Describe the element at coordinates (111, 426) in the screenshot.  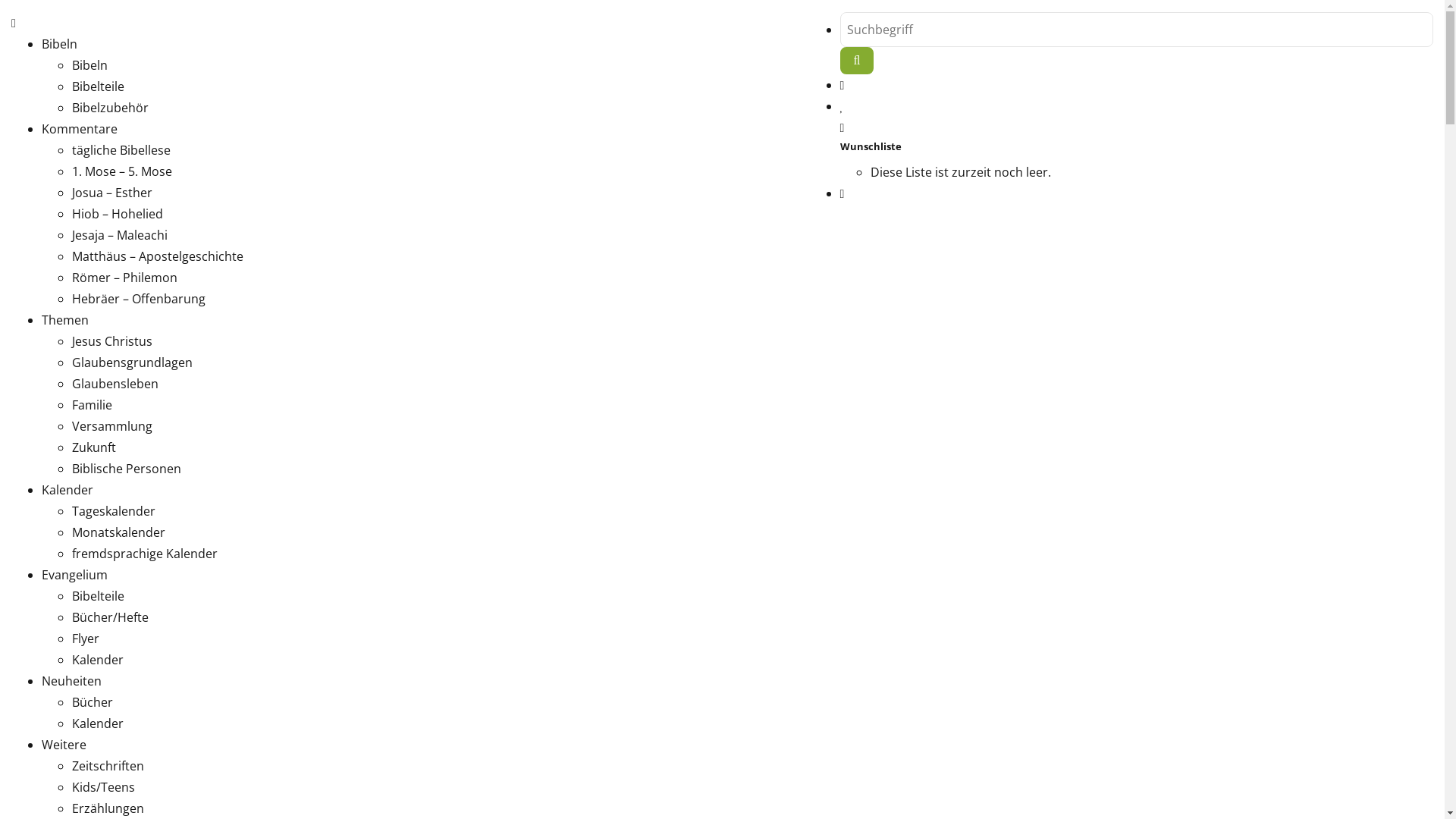
I see `'Versammlung'` at that location.